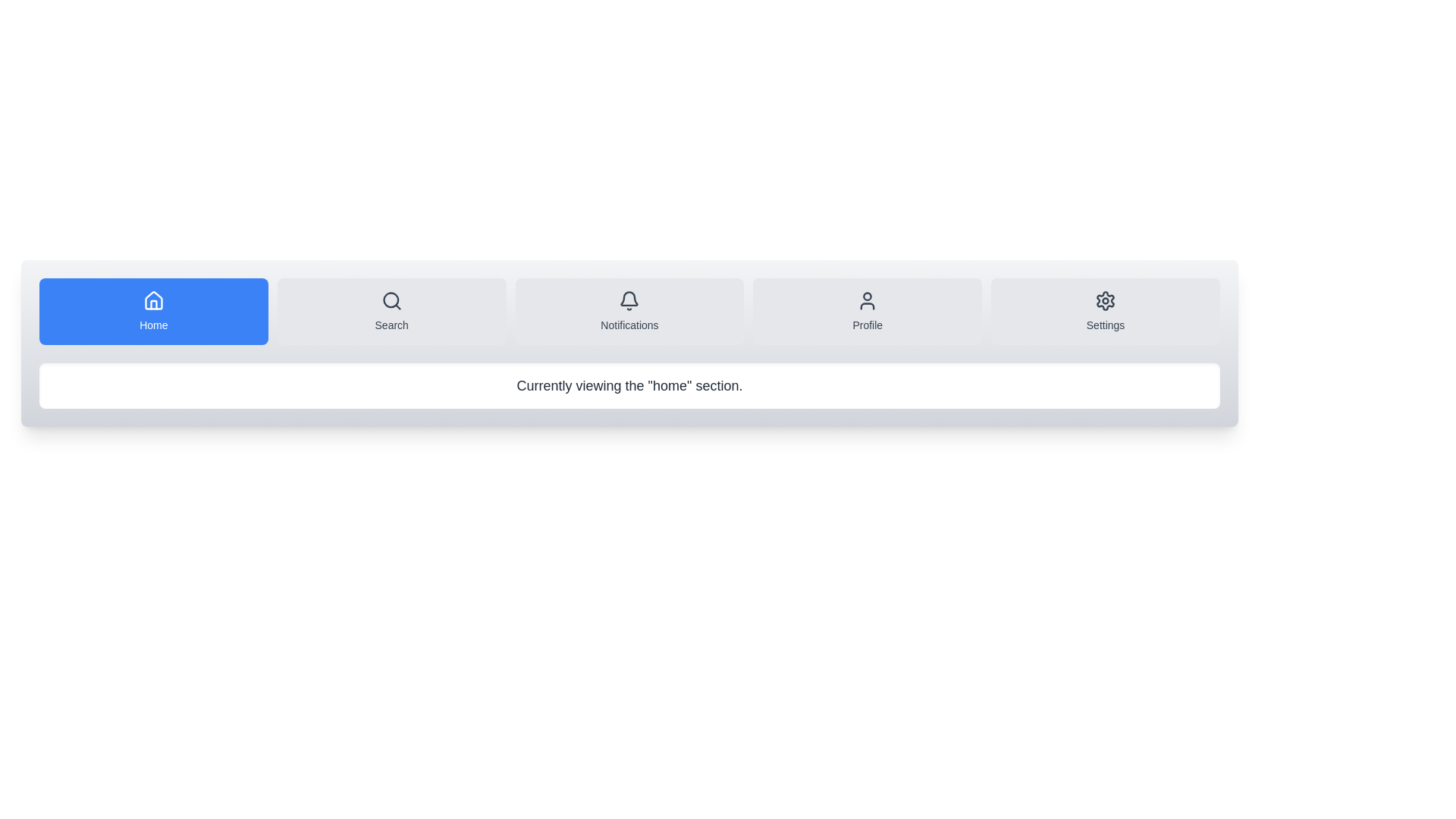 The image size is (1456, 819). I want to click on the bell-shaped notification icon located in the 'Notifications' section of the navigation menu, so click(629, 301).